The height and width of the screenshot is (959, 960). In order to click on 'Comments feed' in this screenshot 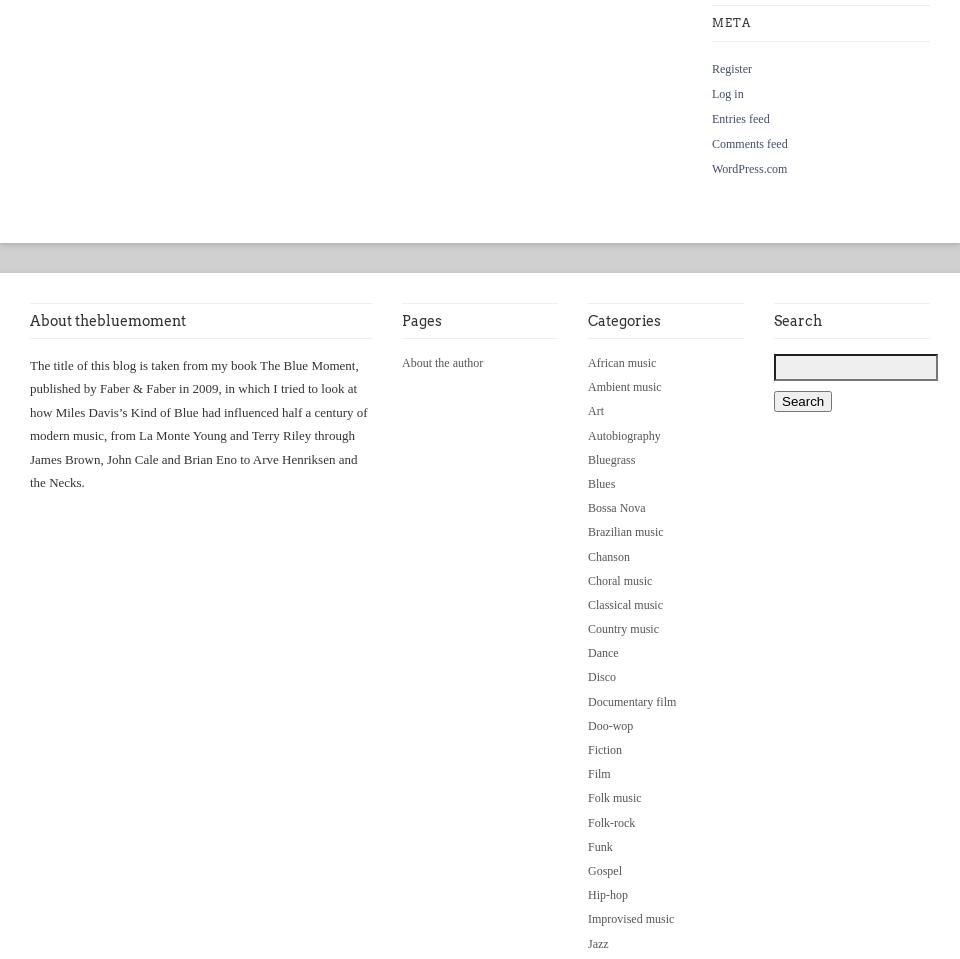, I will do `click(748, 143)`.